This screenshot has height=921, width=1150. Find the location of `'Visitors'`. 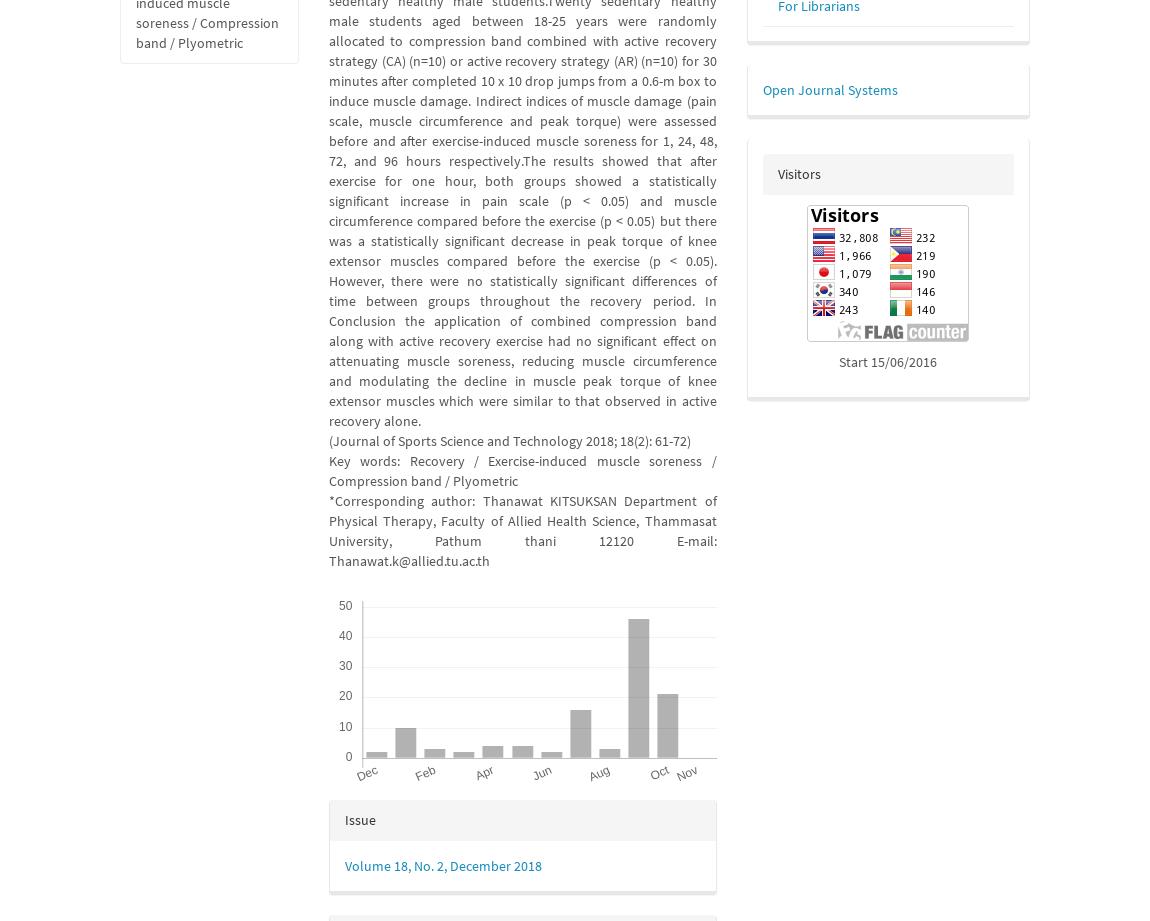

'Visitors' is located at coordinates (797, 172).